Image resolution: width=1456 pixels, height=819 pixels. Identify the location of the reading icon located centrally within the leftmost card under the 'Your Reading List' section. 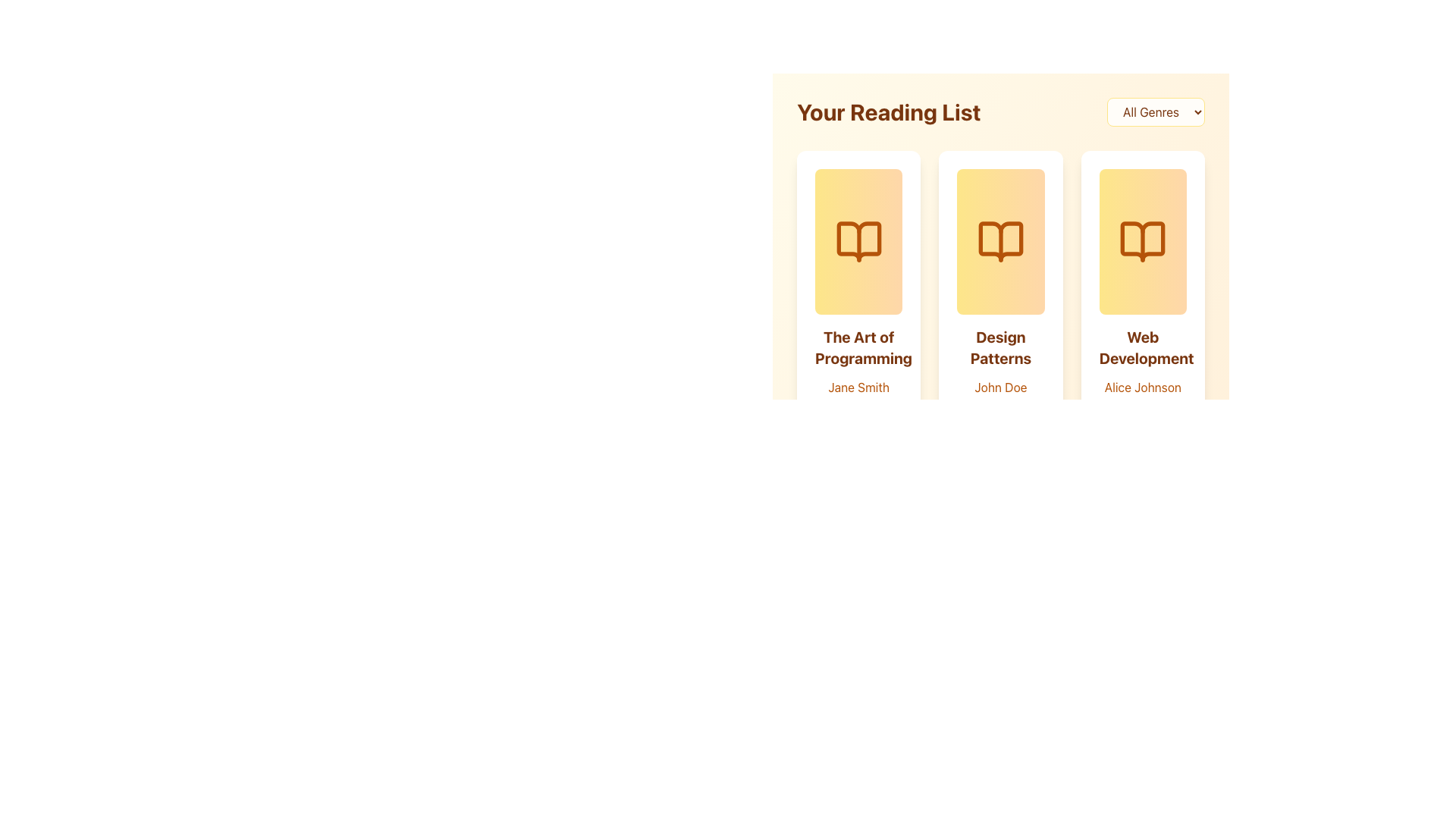
(858, 241).